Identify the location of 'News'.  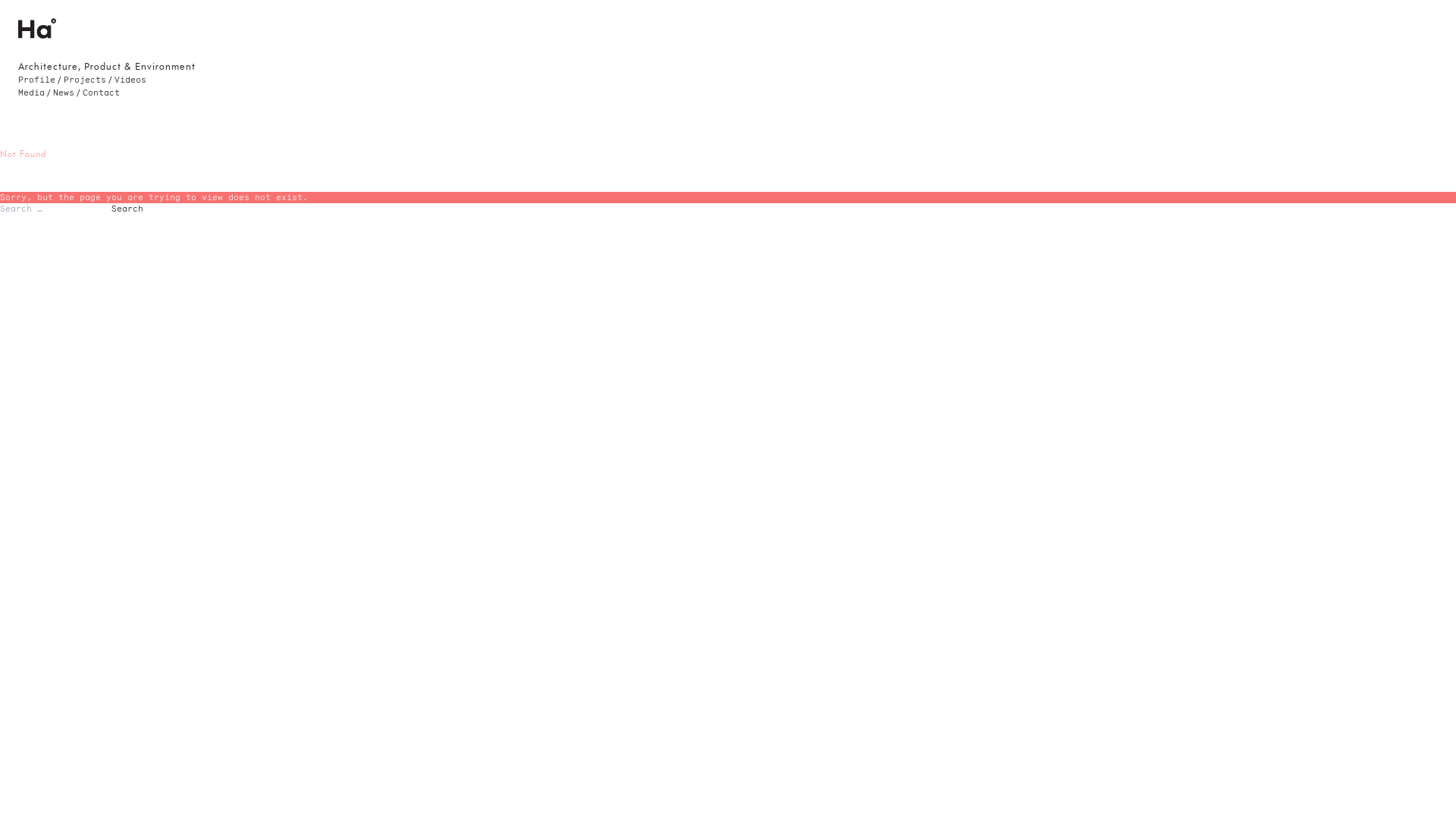
(62, 93).